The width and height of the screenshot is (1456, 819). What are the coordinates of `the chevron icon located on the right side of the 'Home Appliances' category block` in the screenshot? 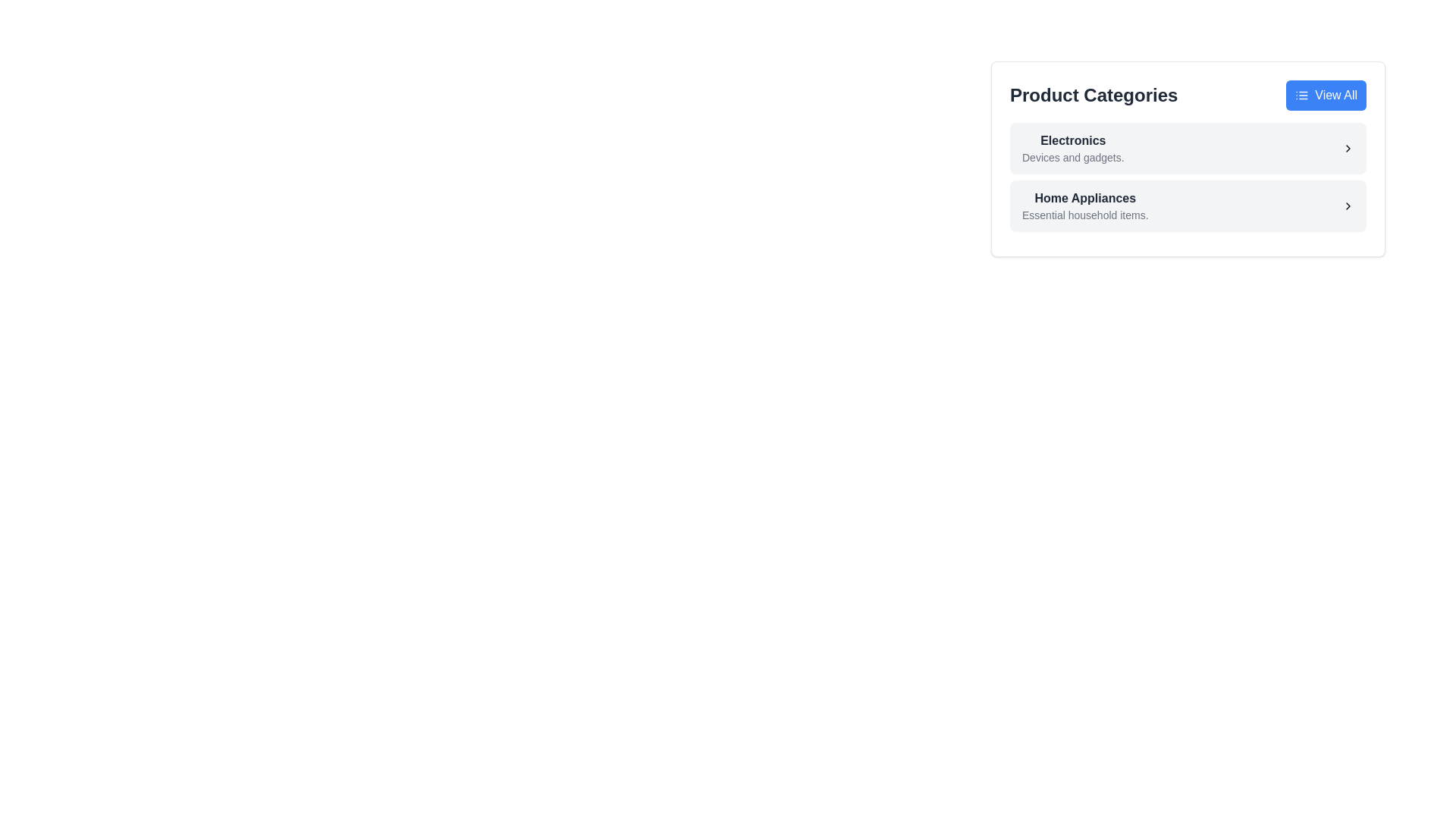 It's located at (1348, 206).